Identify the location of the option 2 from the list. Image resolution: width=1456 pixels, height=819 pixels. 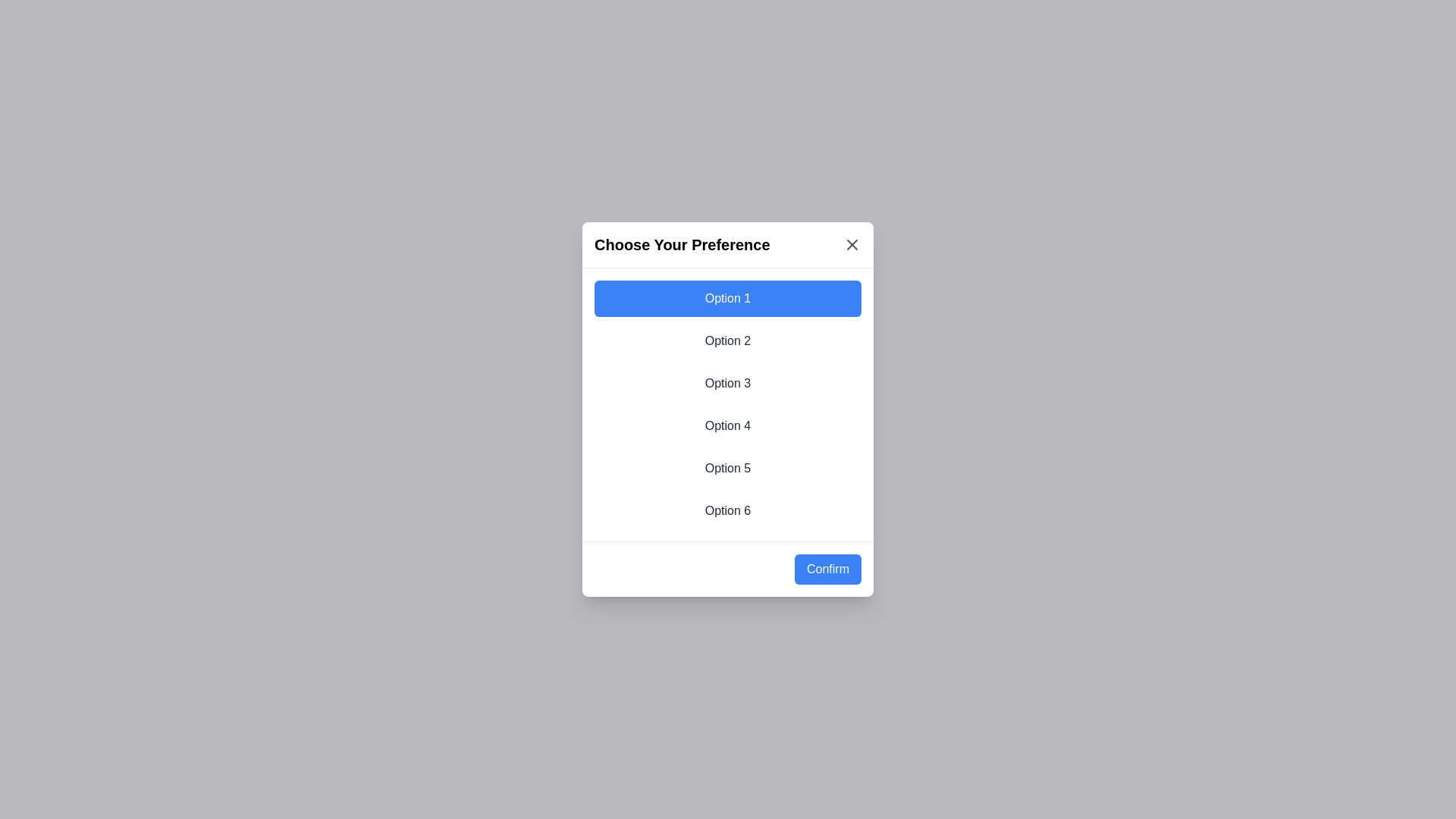
(728, 341).